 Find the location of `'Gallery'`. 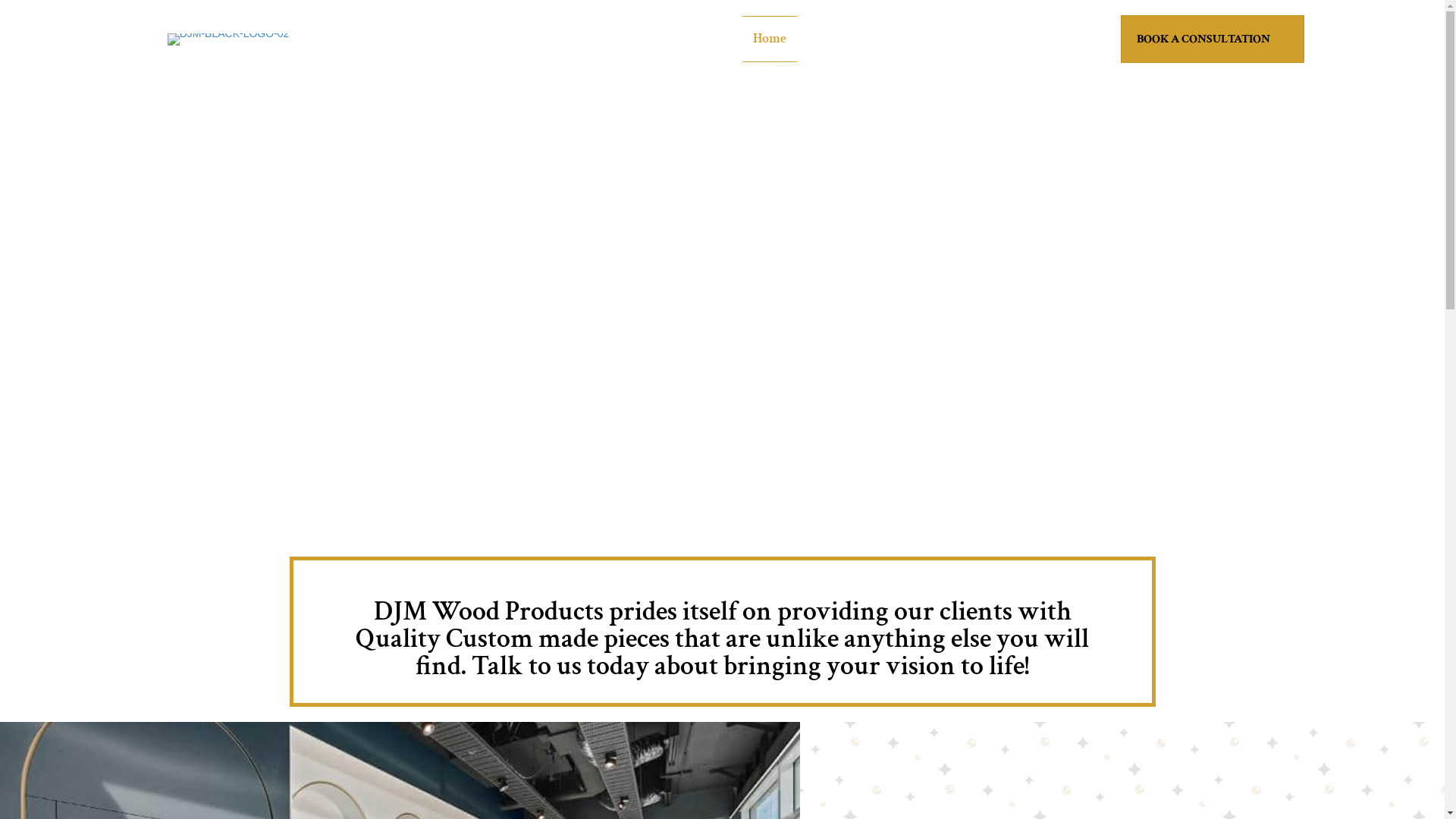

'Gallery' is located at coordinates (942, 38).